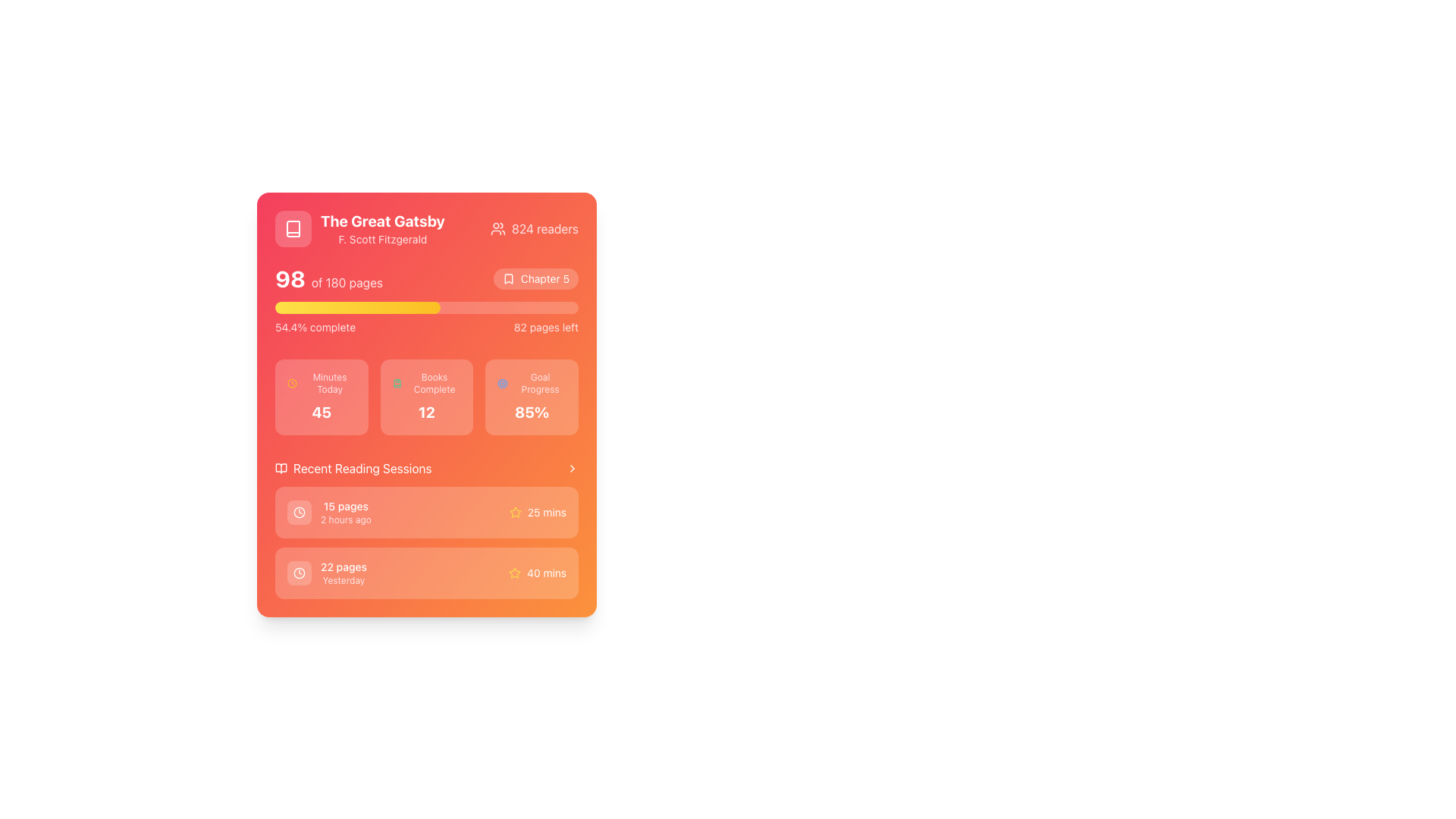 This screenshot has width=1456, height=819. What do you see at coordinates (356, 307) in the screenshot?
I see `the visual representation of the progress by interacting with the horizontal gradient progress bar that indicates a completion percentage of 54.4%` at bounding box center [356, 307].